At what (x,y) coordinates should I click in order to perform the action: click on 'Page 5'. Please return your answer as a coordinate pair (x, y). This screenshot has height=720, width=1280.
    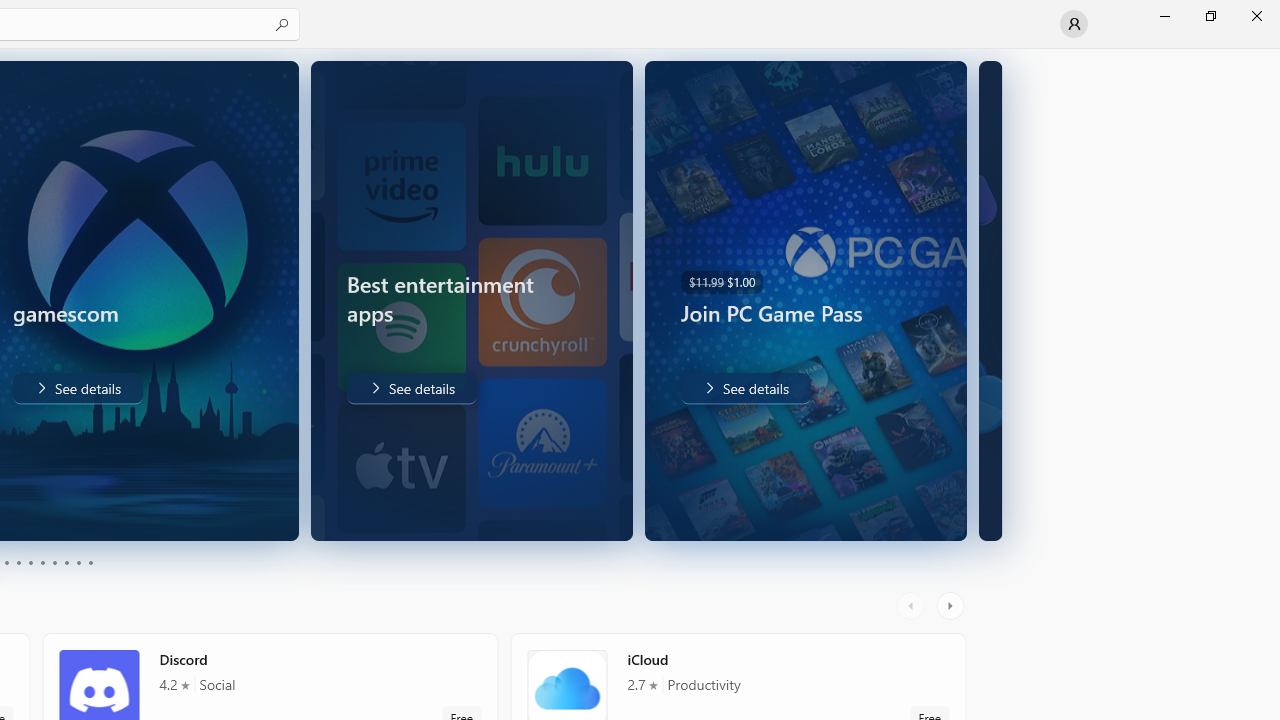
    Looking at the image, I should click on (30, 563).